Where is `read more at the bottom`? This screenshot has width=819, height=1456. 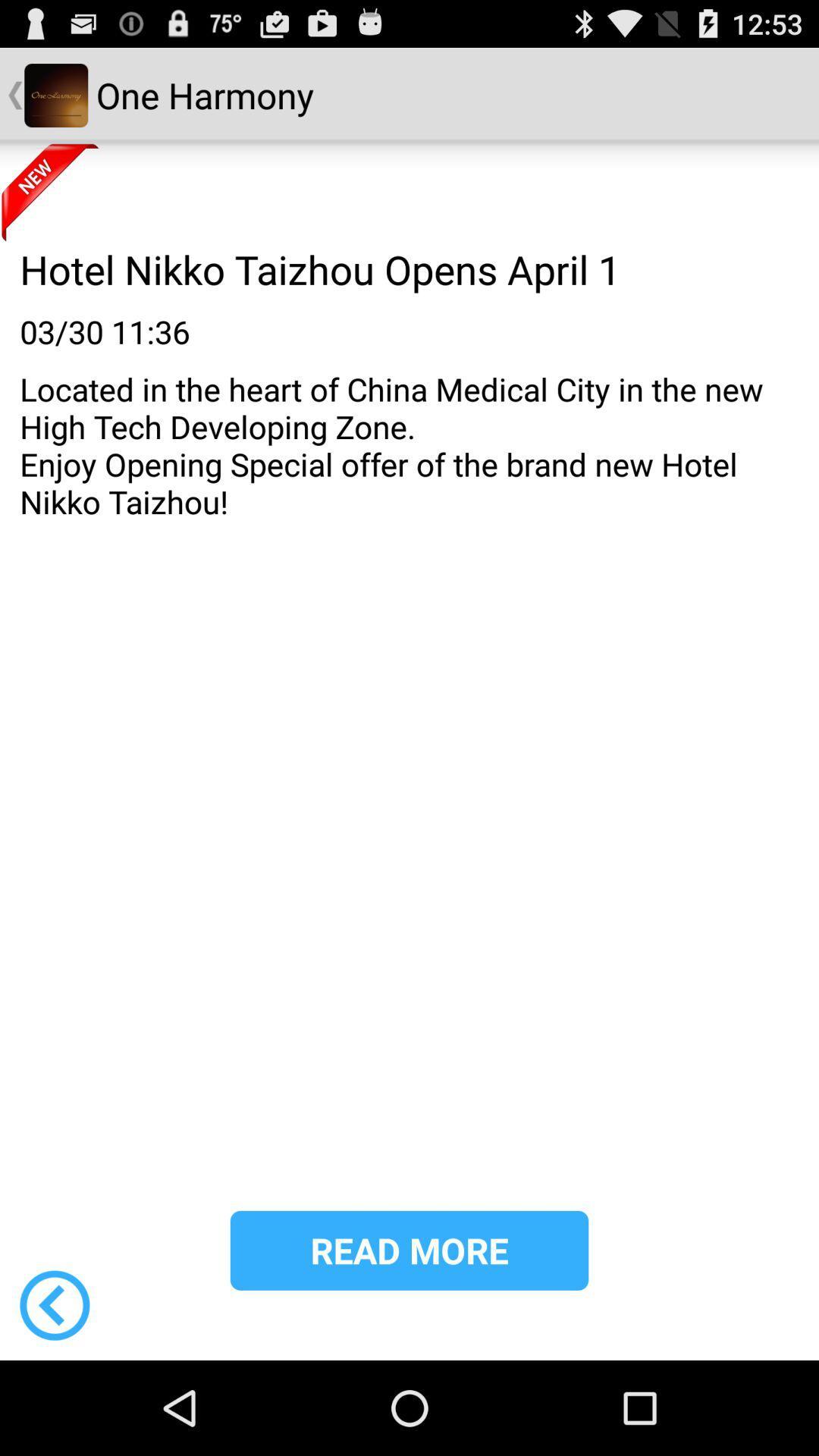 read more at the bottom is located at coordinates (409, 1250).